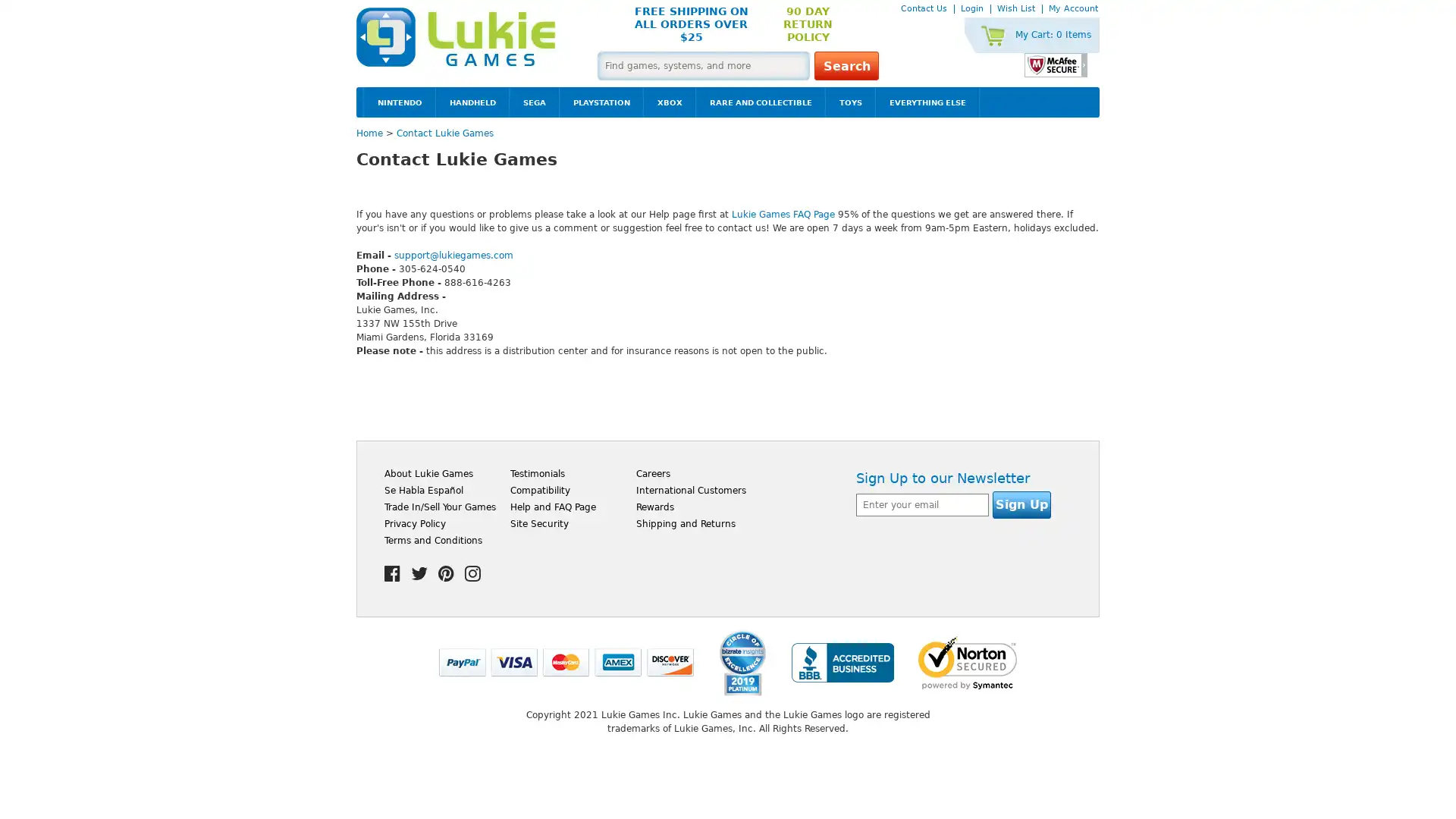 The image size is (1456, 819). I want to click on Sign Up, so click(1021, 505).